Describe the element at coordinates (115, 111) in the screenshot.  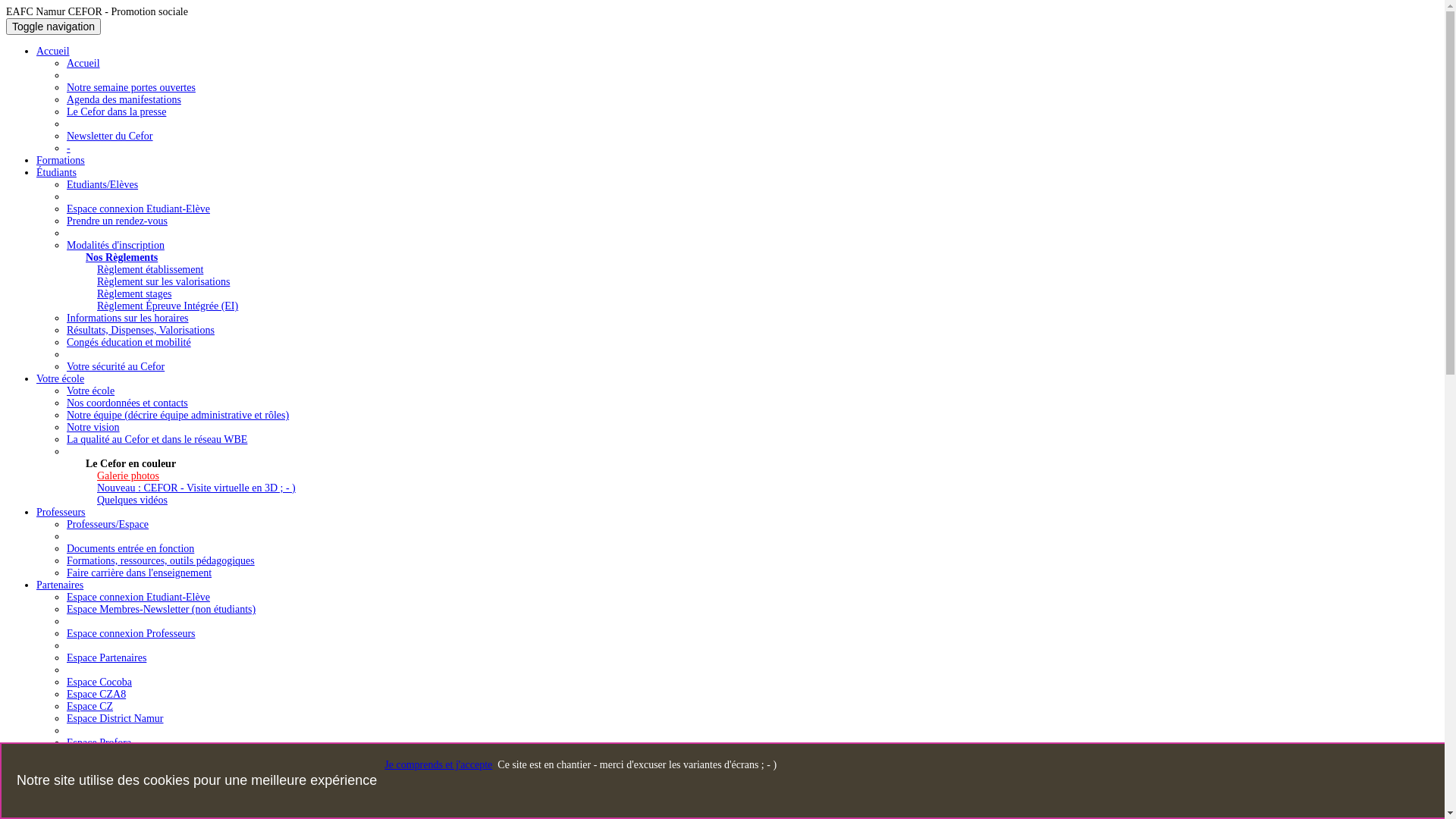
I see `'Le Cefor dans la presse'` at that location.